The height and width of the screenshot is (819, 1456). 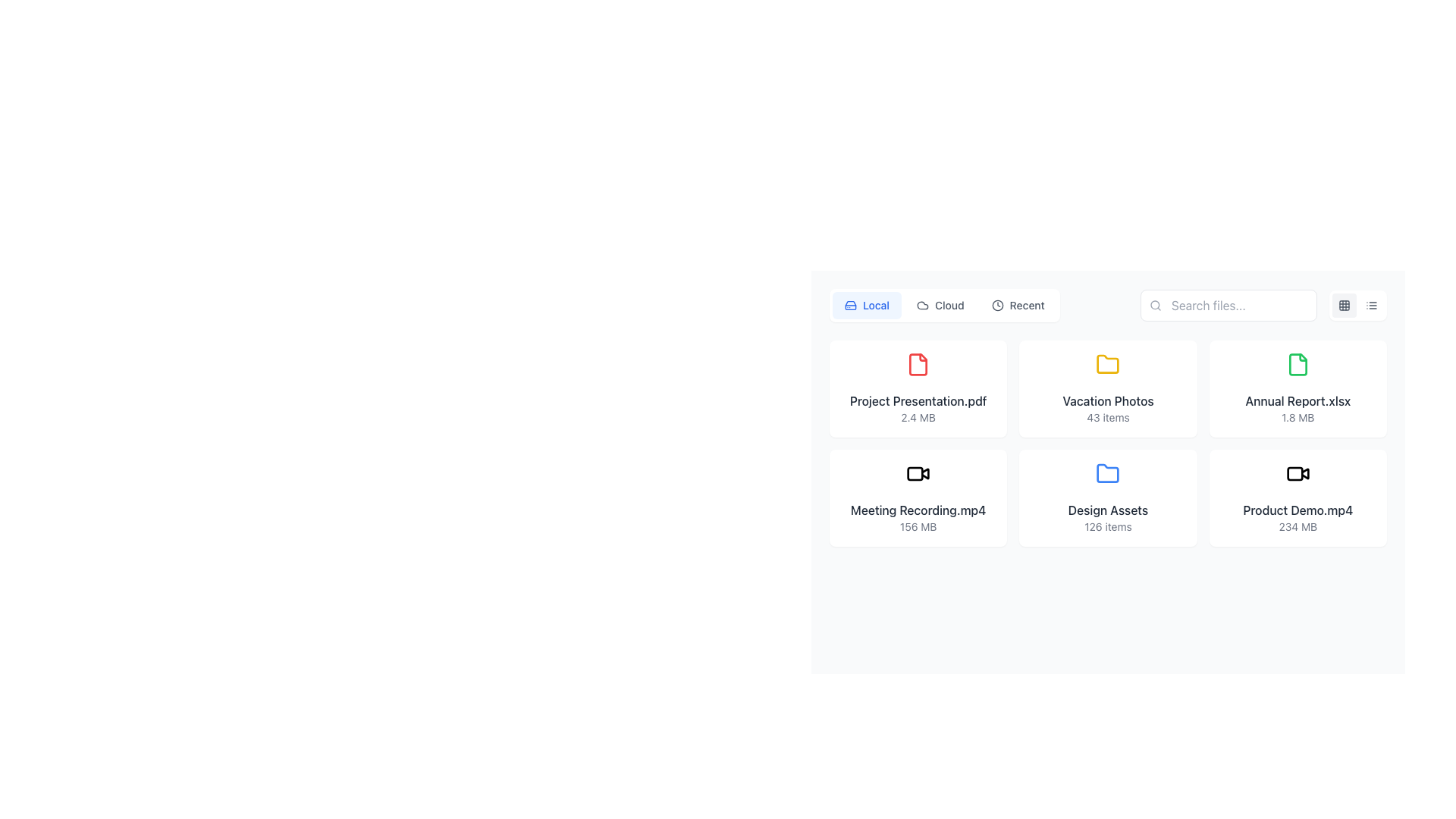 I want to click on the static text label displaying 'Meeting Recording.mp4', which is located in the second row and first column of a grid layout, above the file size text and below the video thumbnail, so click(x=918, y=510).